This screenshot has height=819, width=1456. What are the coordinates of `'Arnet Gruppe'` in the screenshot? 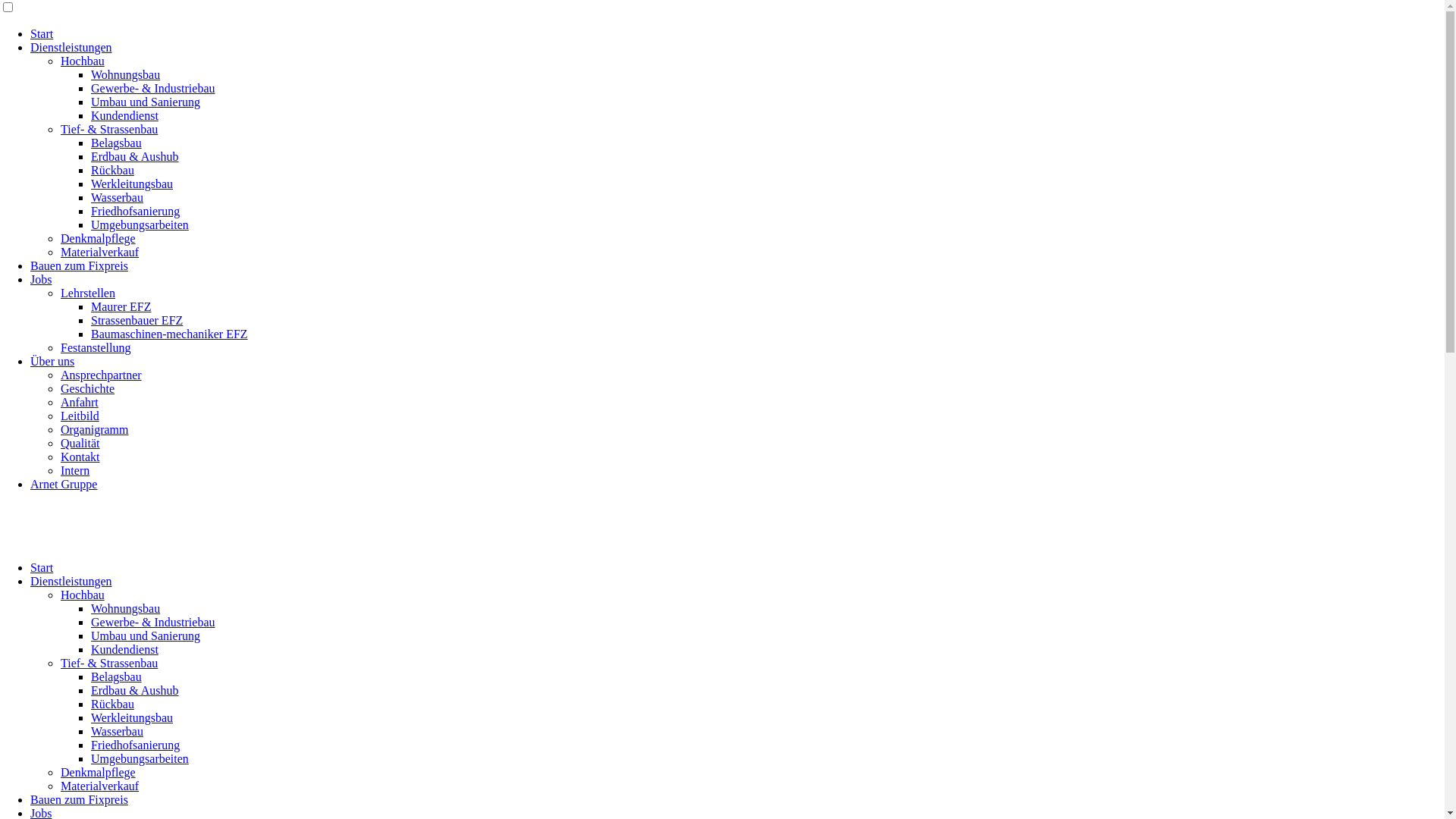 It's located at (62, 484).